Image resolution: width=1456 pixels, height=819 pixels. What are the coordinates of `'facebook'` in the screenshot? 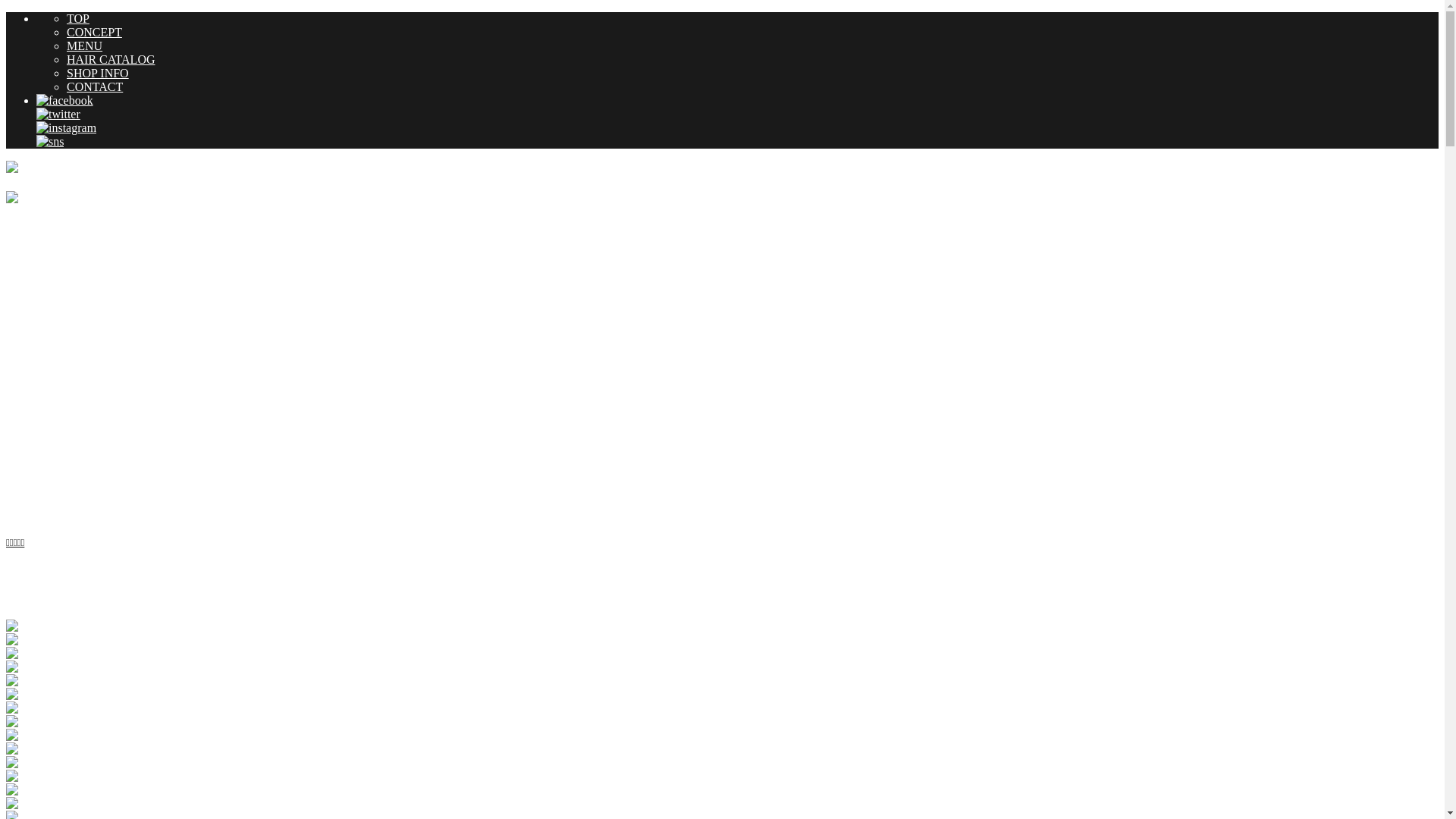 It's located at (64, 100).